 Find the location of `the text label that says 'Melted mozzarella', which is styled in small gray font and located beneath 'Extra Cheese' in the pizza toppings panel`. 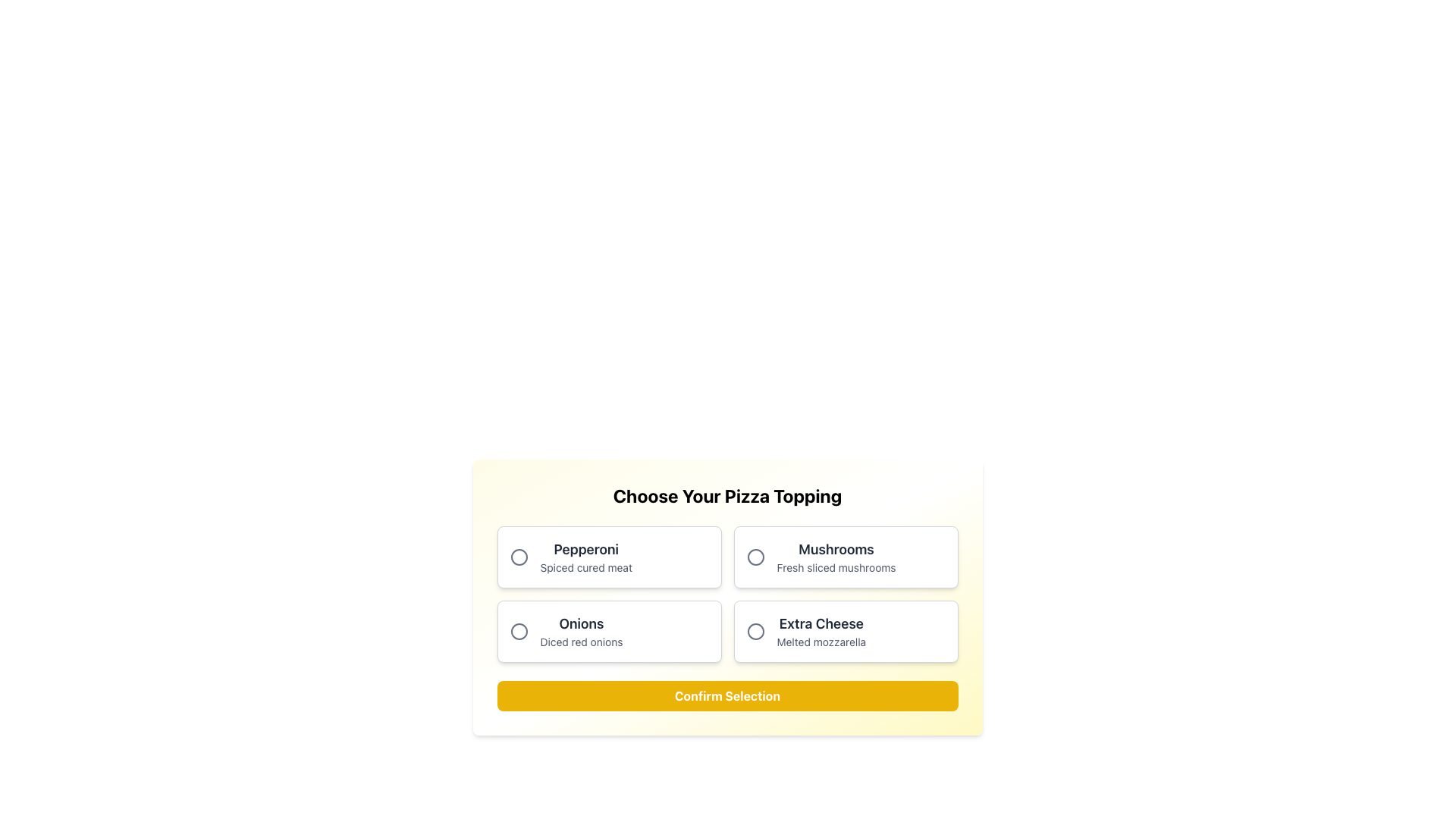

the text label that says 'Melted mozzarella', which is styled in small gray font and located beneath 'Extra Cheese' in the pizza toppings panel is located at coordinates (821, 642).